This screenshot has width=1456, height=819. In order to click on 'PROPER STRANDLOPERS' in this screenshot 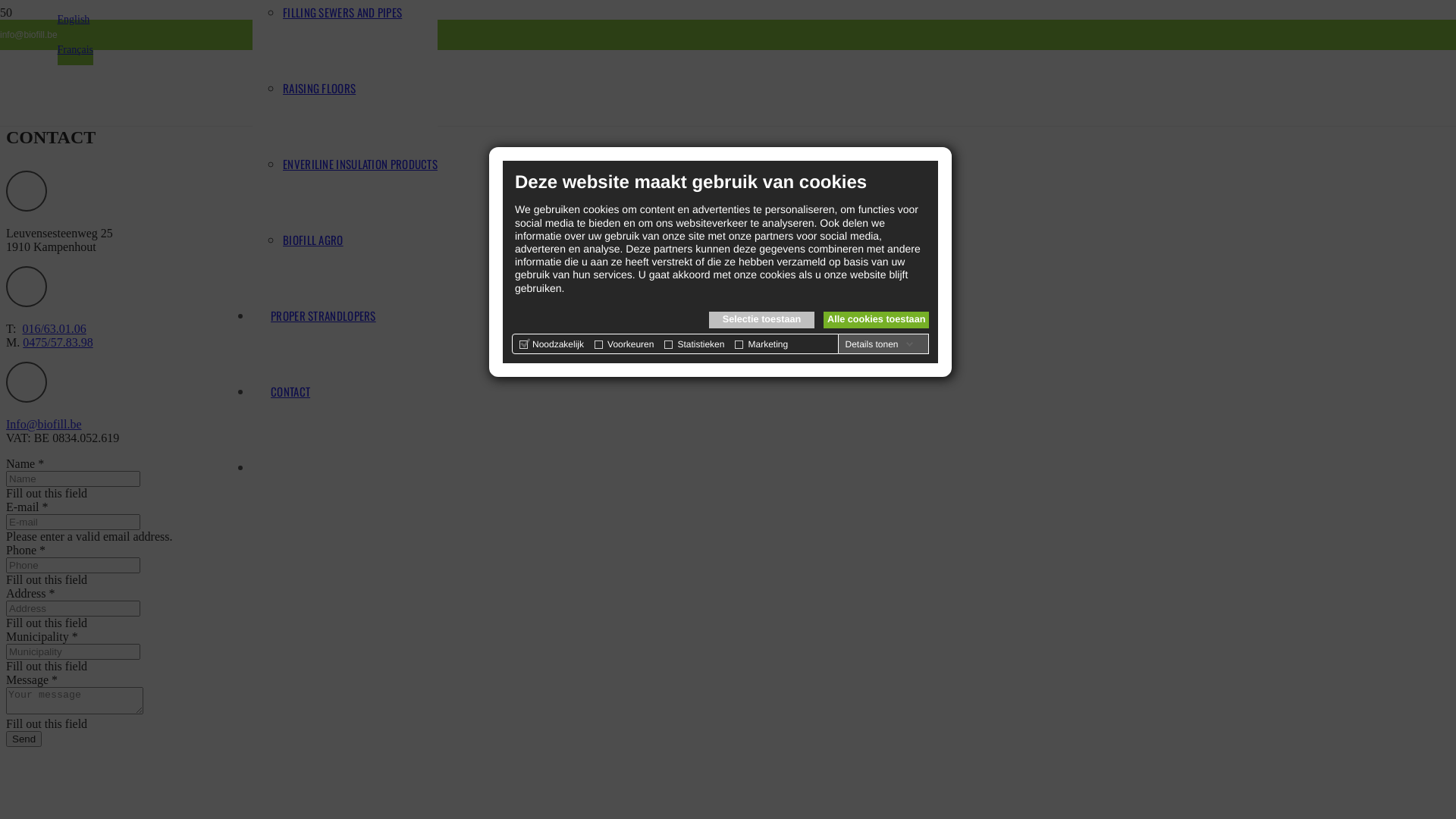, I will do `click(322, 315)`.